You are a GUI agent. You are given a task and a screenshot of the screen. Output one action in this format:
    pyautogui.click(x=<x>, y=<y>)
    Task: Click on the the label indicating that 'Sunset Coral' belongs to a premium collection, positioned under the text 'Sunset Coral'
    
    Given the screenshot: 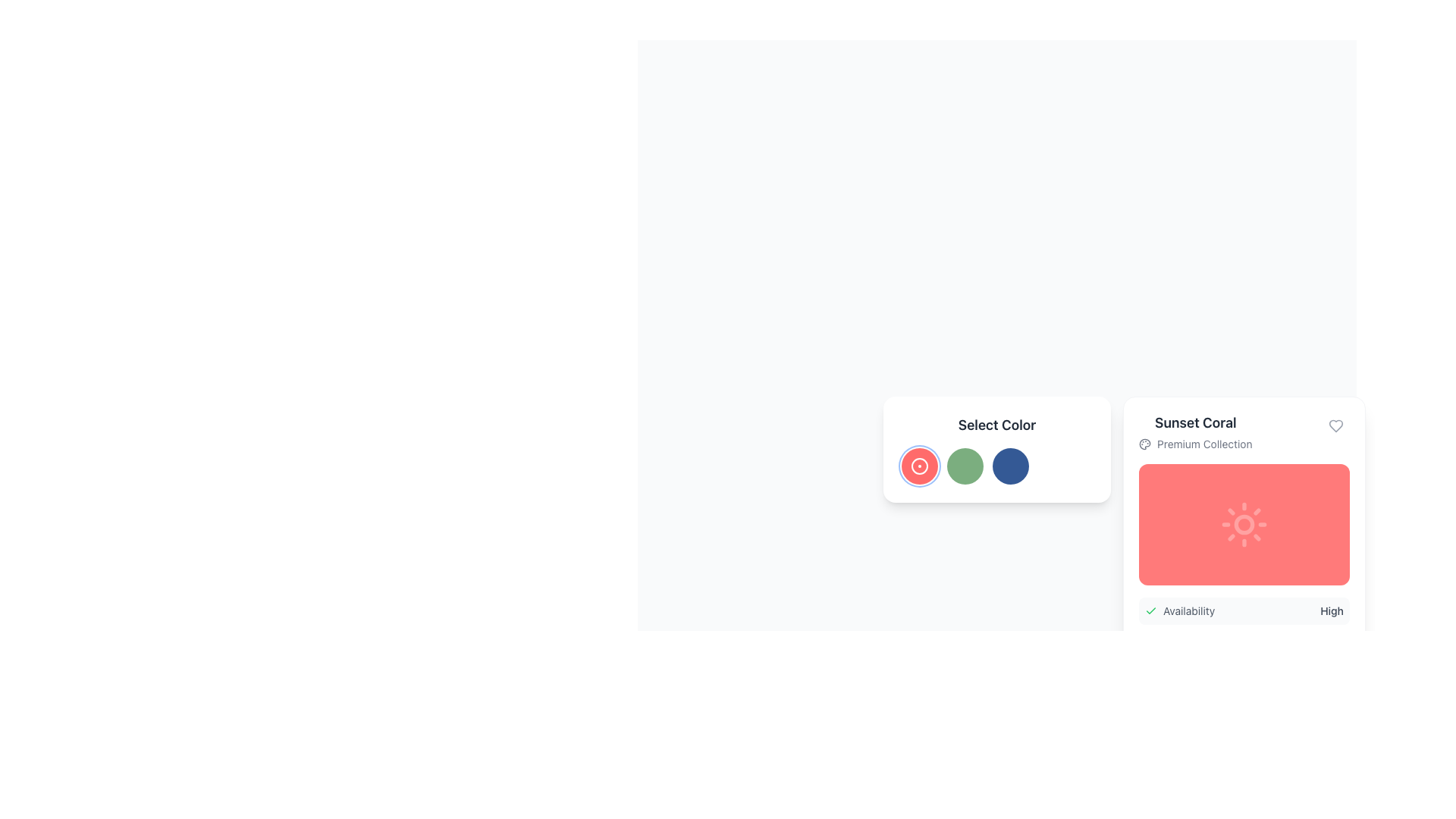 What is the action you would take?
    pyautogui.click(x=1194, y=444)
    